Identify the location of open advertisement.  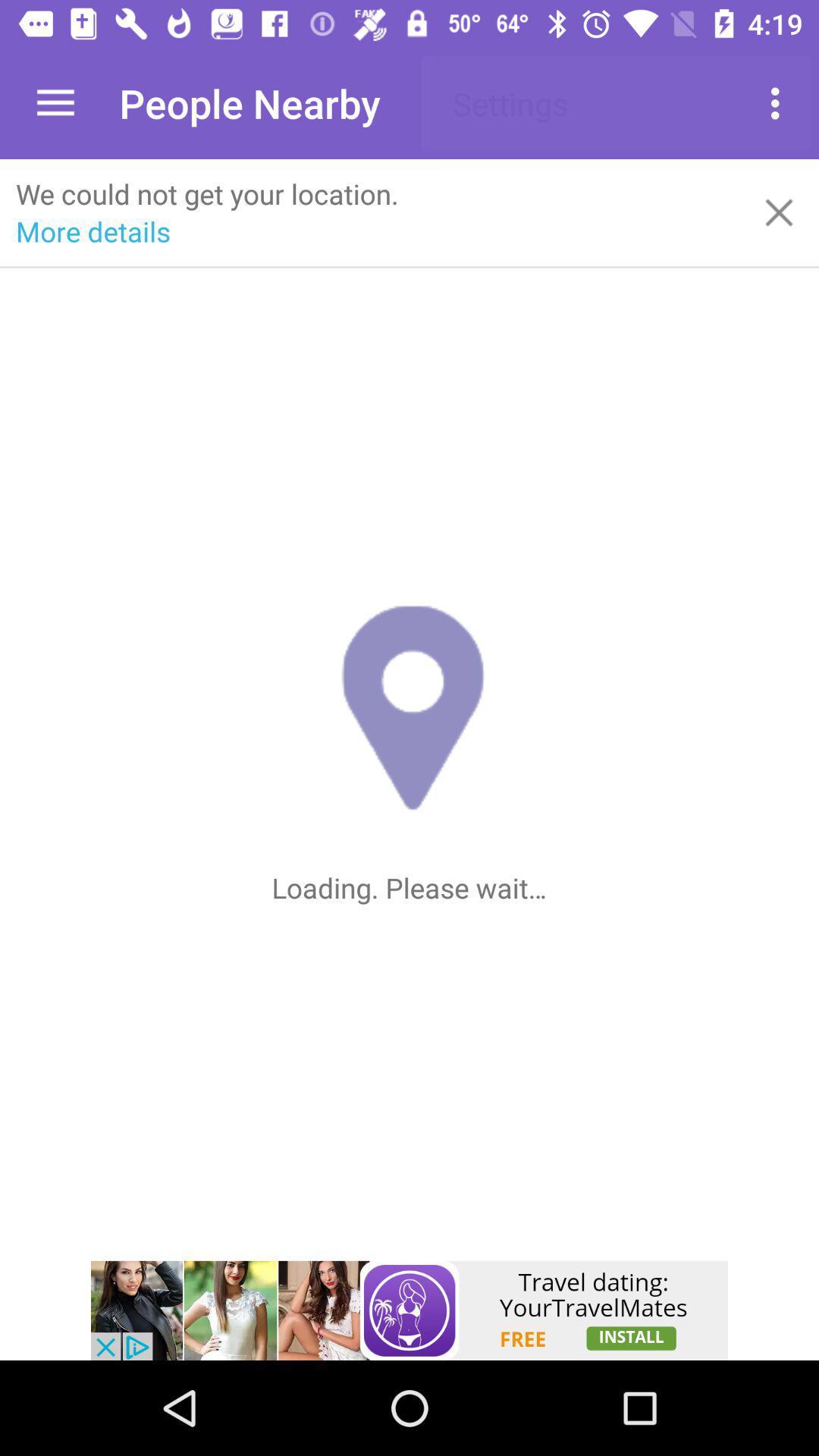
(409, 1310).